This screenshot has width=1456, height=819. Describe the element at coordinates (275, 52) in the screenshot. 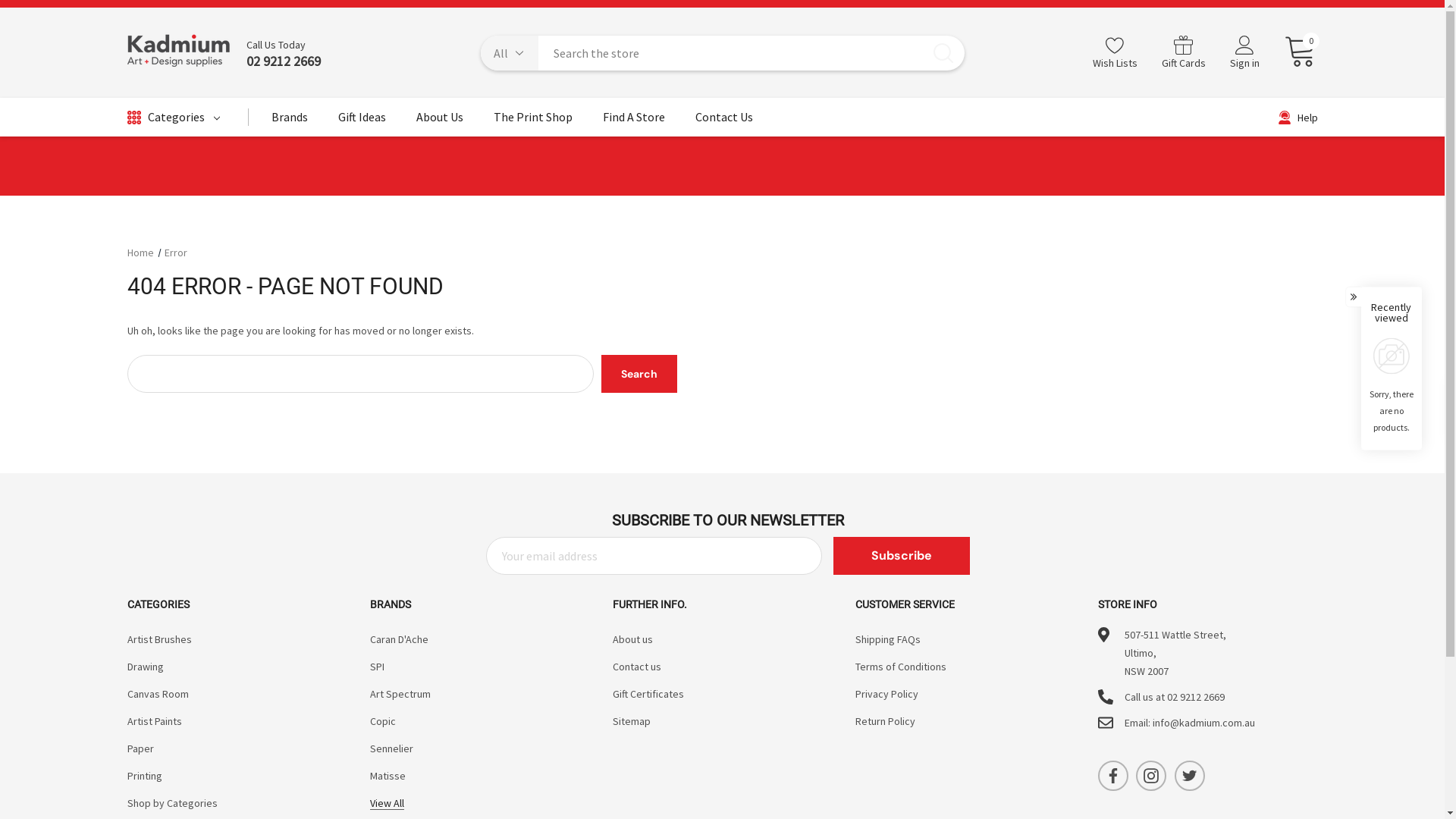

I see `'Call Us Today` at that location.